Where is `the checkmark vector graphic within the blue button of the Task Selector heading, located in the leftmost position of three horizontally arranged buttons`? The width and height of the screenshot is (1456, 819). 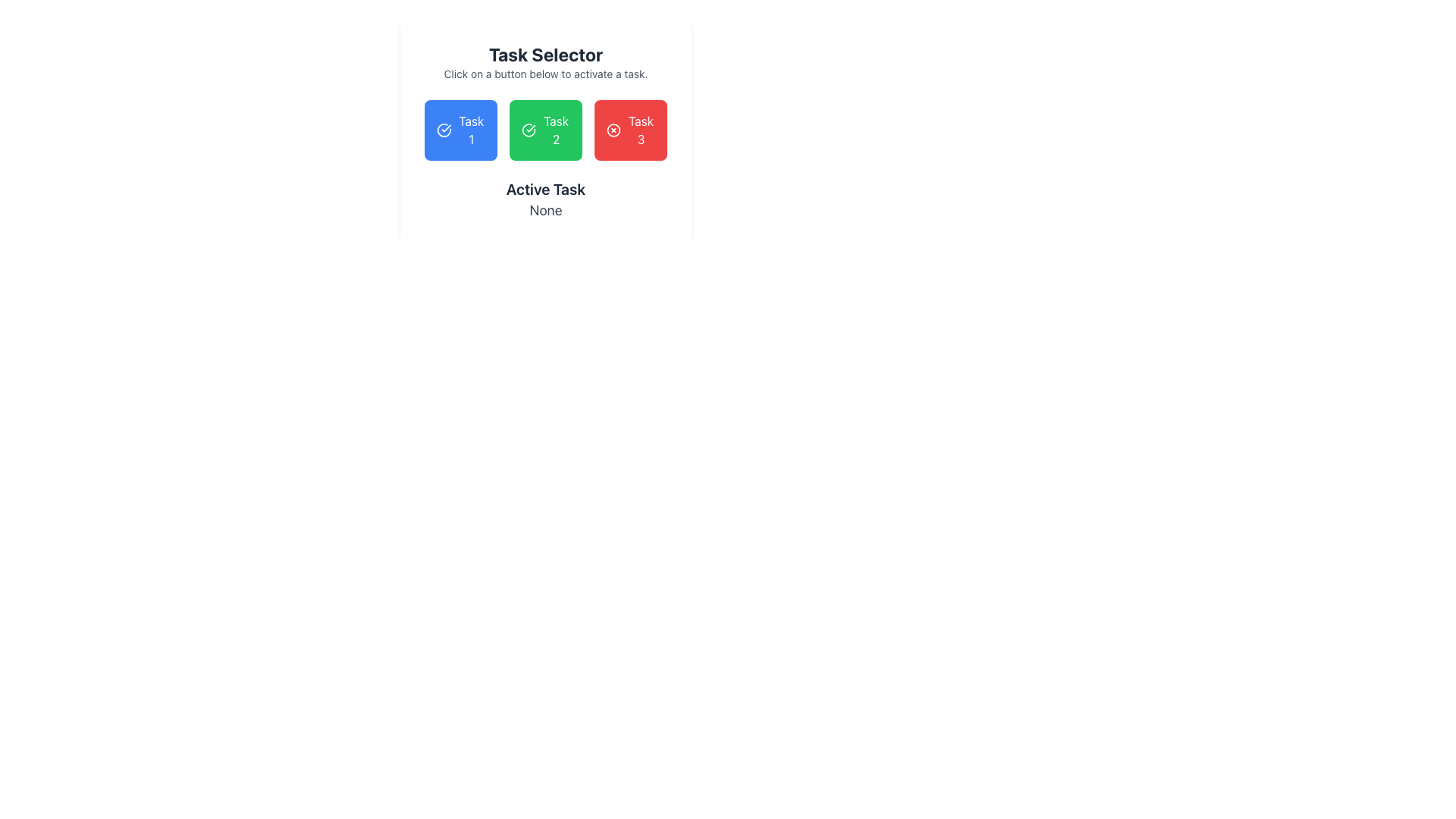
the checkmark vector graphic within the blue button of the Task Selector heading, located in the leftmost position of three horizontally arranged buttons is located at coordinates (443, 130).